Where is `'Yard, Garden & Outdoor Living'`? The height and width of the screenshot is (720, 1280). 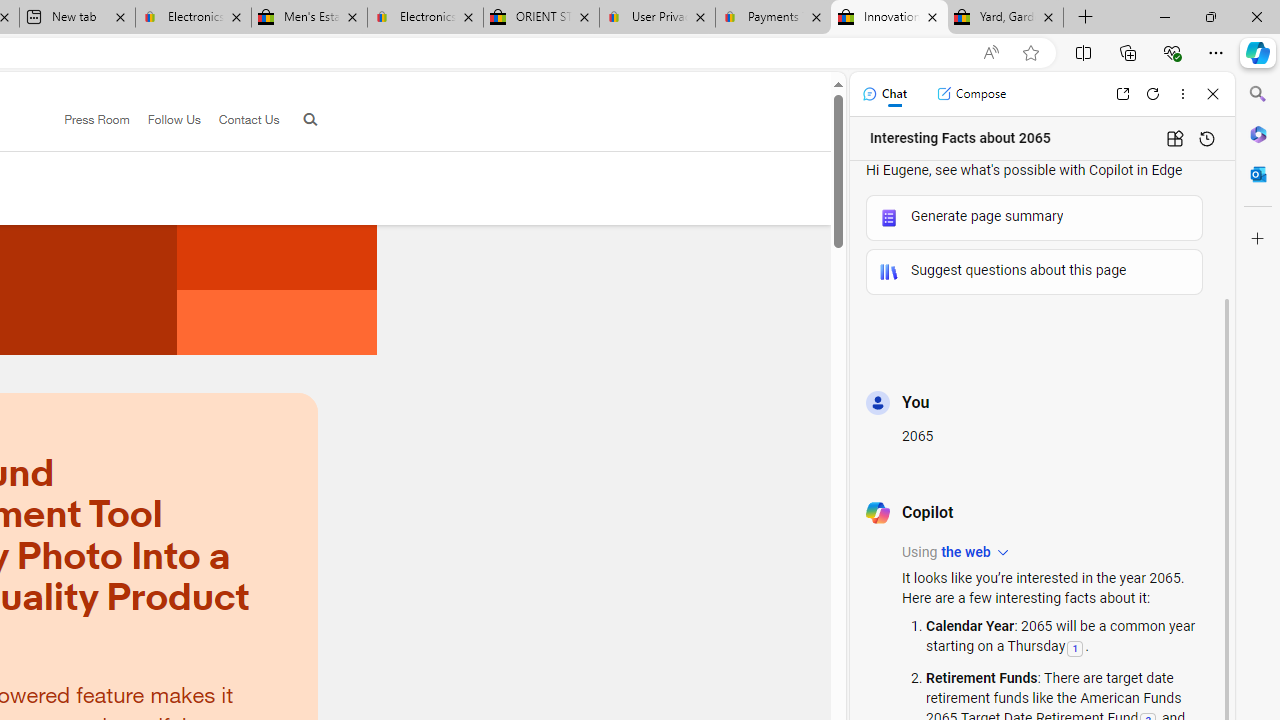
'Yard, Garden & Outdoor Living' is located at coordinates (1006, 17).